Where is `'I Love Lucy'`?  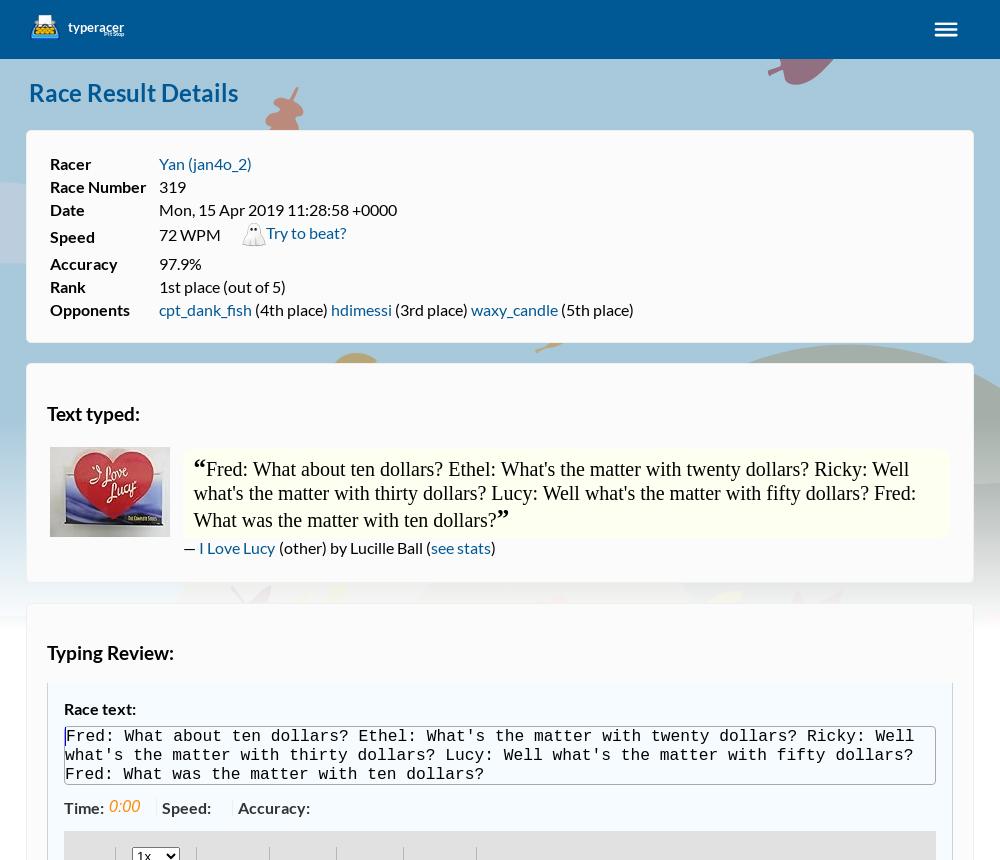
'I Love Lucy' is located at coordinates (198, 546).